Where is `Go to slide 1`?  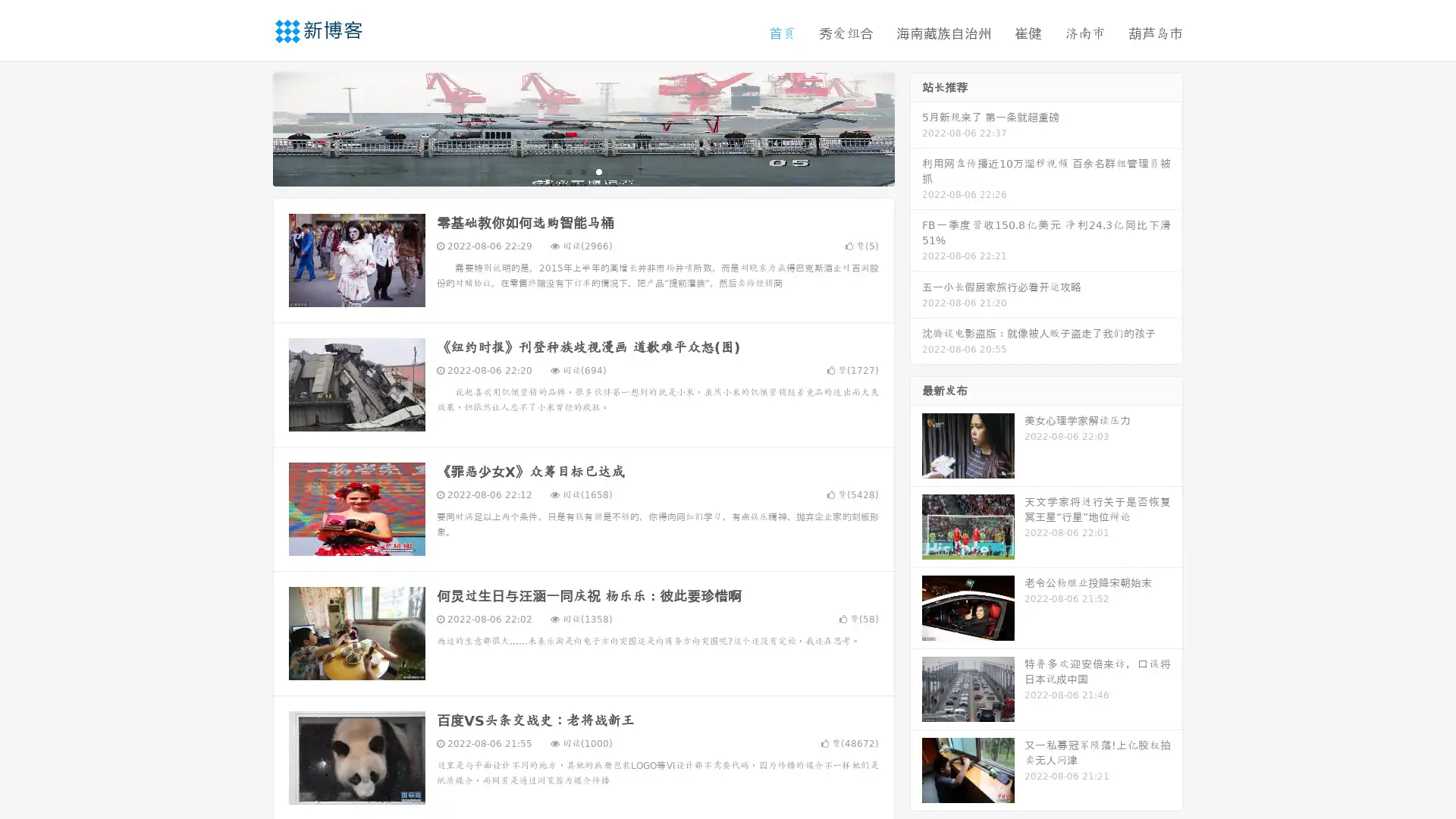
Go to slide 1 is located at coordinates (567, 171).